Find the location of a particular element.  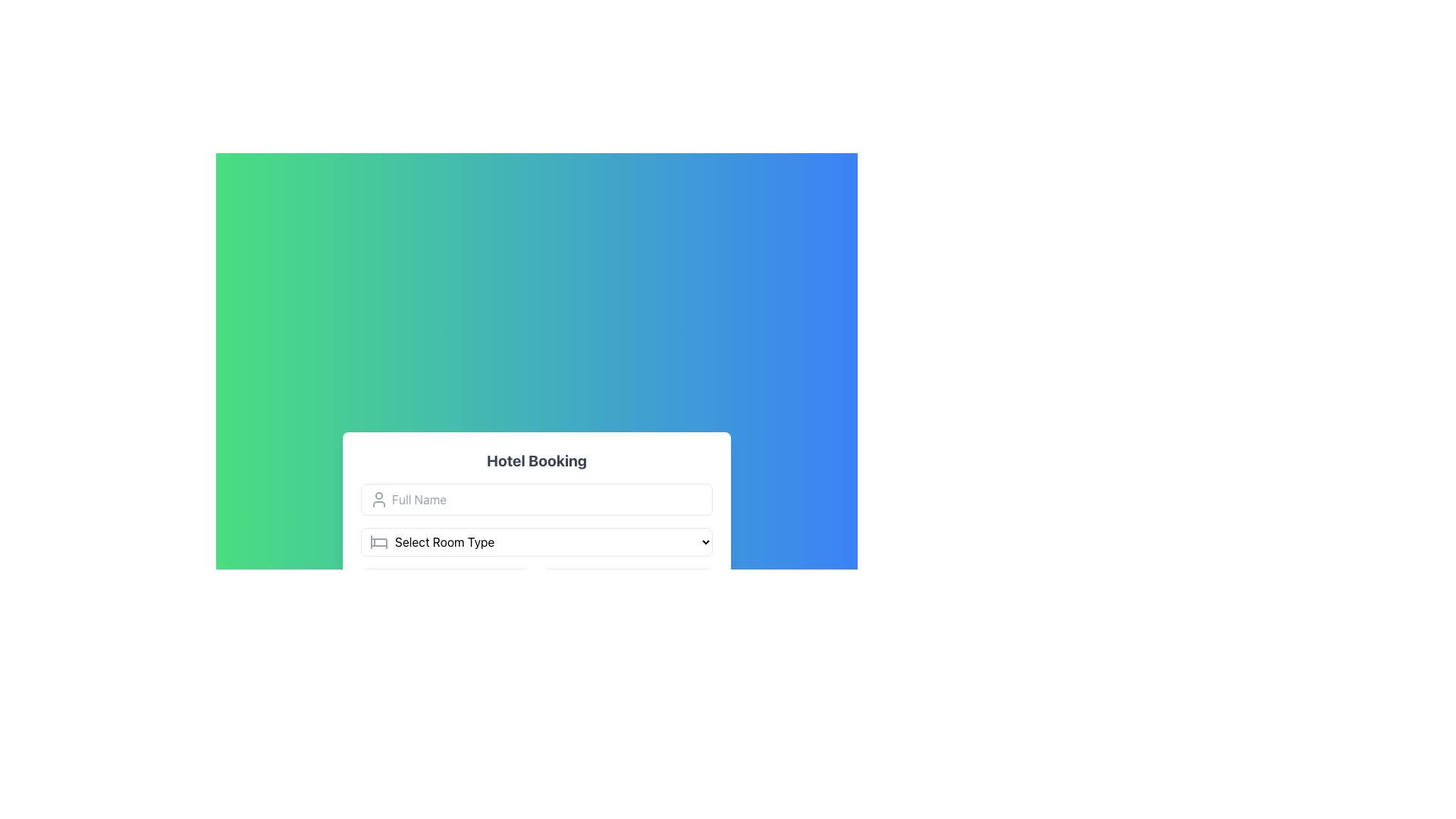

the Dropdown menu that allows users is located at coordinates (537, 562).